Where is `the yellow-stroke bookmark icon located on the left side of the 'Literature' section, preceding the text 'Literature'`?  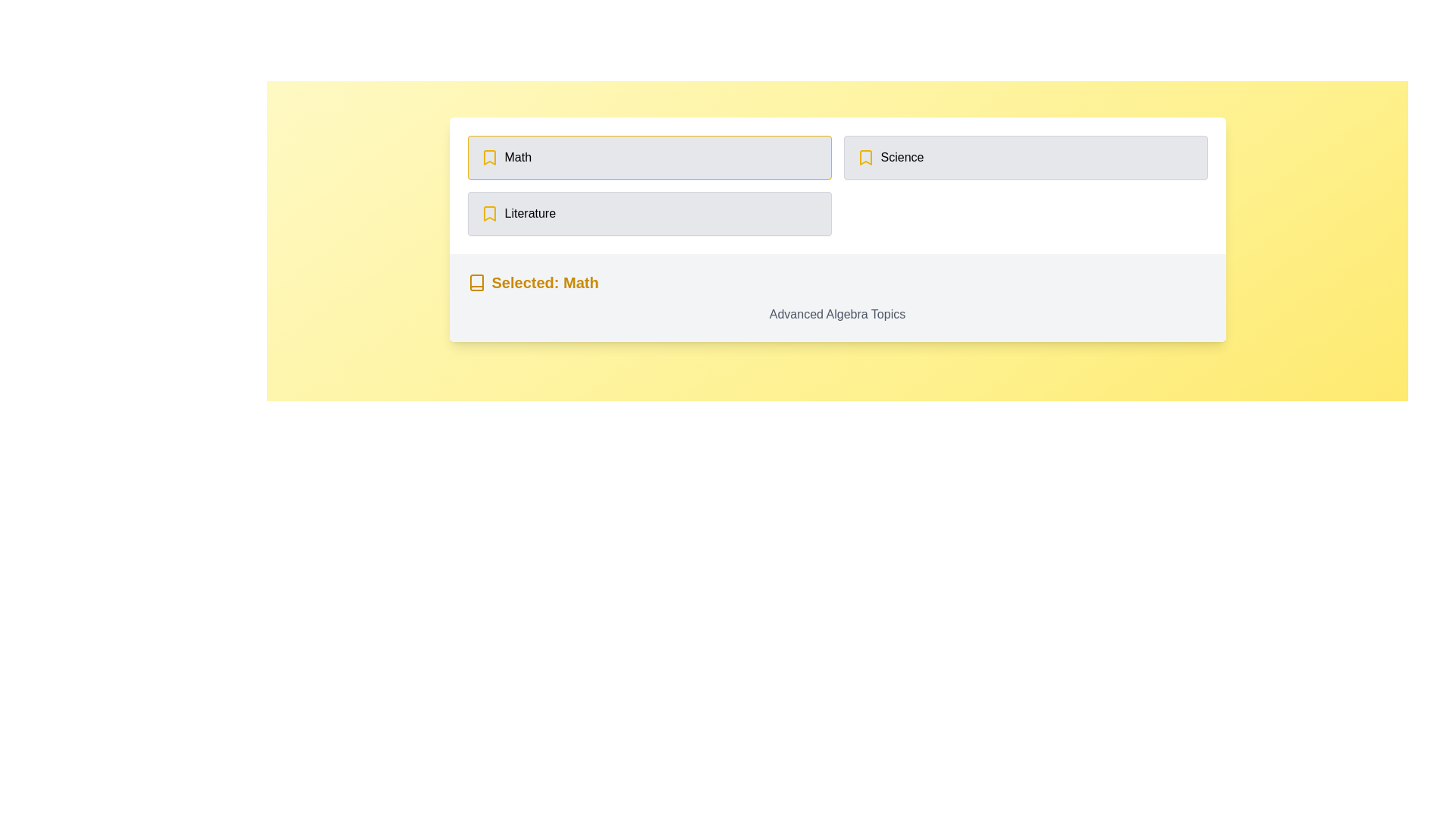 the yellow-stroke bookmark icon located on the left side of the 'Literature' section, preceding the text 'Literature' is located at coordinates (489, 213).